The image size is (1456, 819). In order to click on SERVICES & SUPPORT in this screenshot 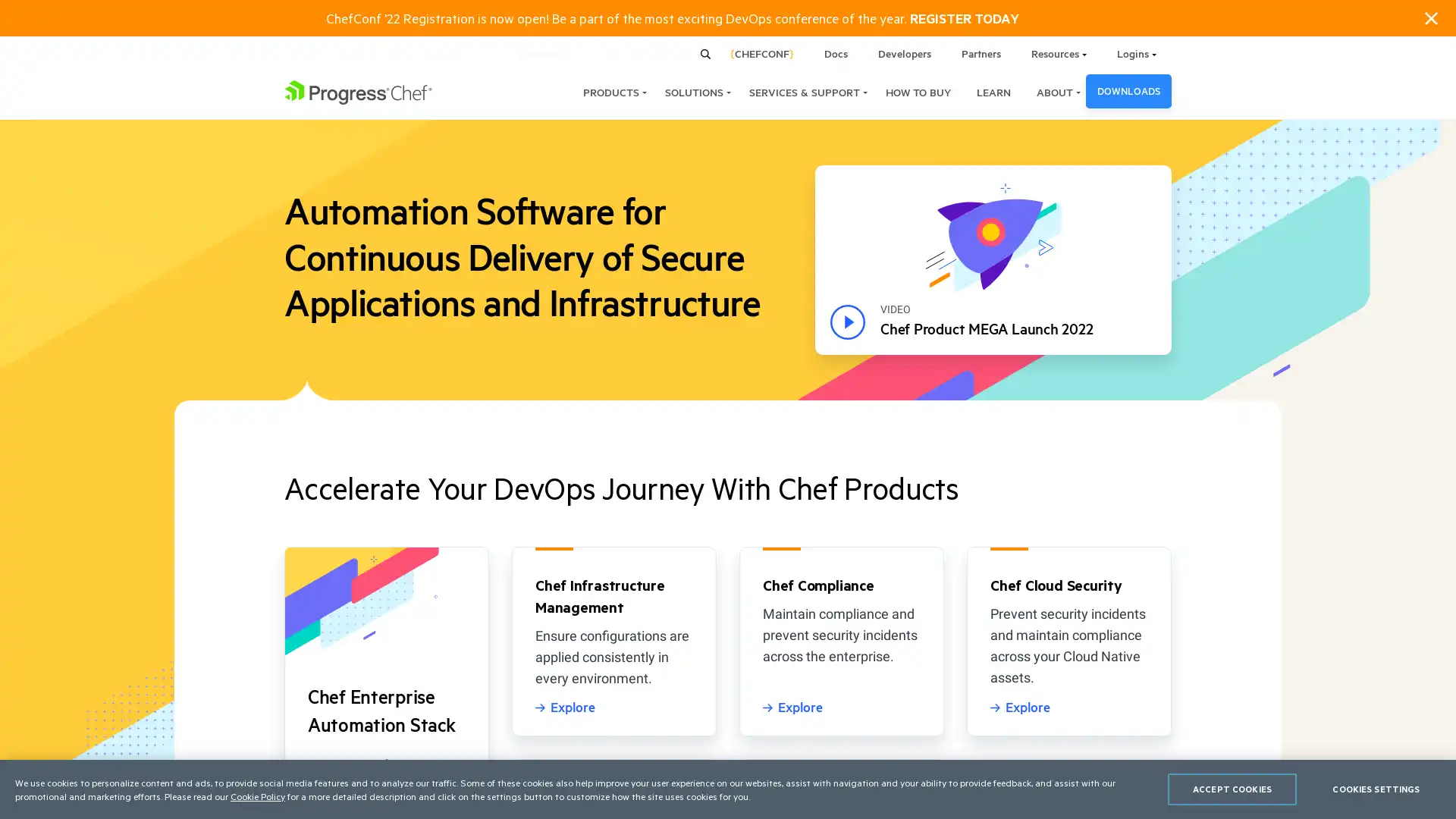, I will do `click(770, 93)`.